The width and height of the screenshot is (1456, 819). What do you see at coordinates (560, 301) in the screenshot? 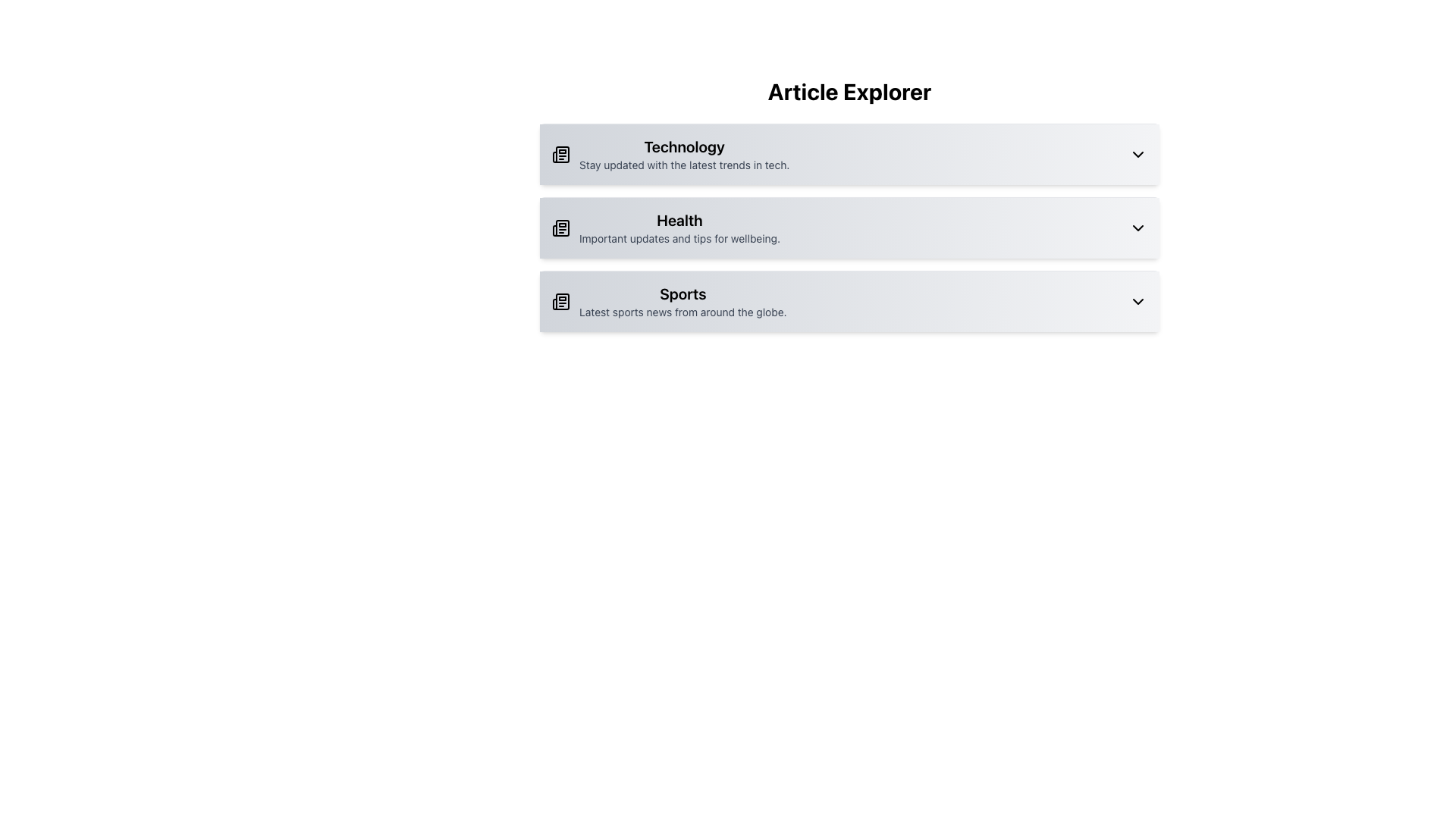
I see `the non-interactive 'Sports' section icon, which serves as a visual cue for users to identify the section's purpose` at bounding box center [560, 301].